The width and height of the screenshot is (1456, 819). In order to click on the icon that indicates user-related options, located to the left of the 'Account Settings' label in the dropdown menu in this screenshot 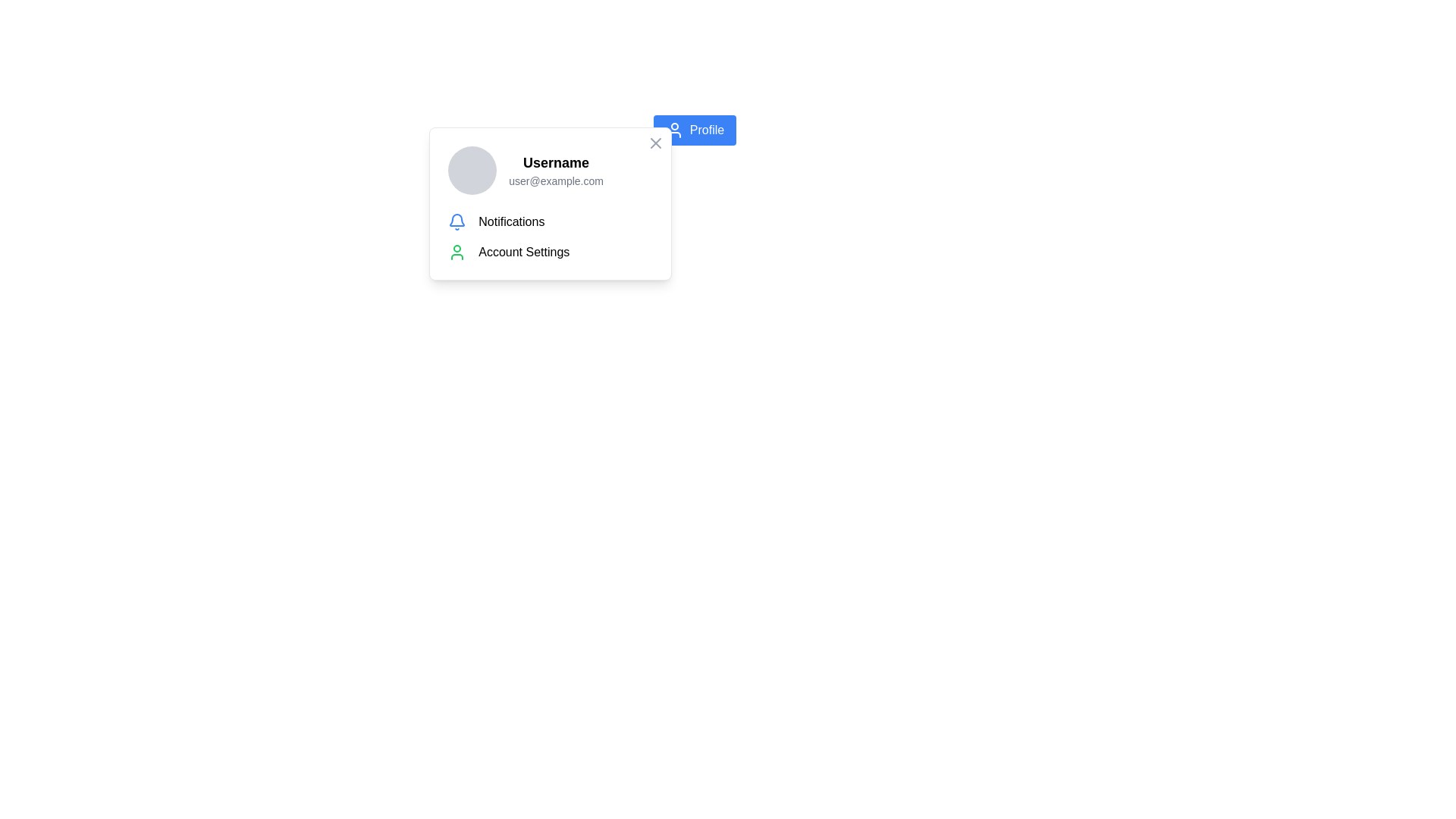, I will do `click(457, 251)`.